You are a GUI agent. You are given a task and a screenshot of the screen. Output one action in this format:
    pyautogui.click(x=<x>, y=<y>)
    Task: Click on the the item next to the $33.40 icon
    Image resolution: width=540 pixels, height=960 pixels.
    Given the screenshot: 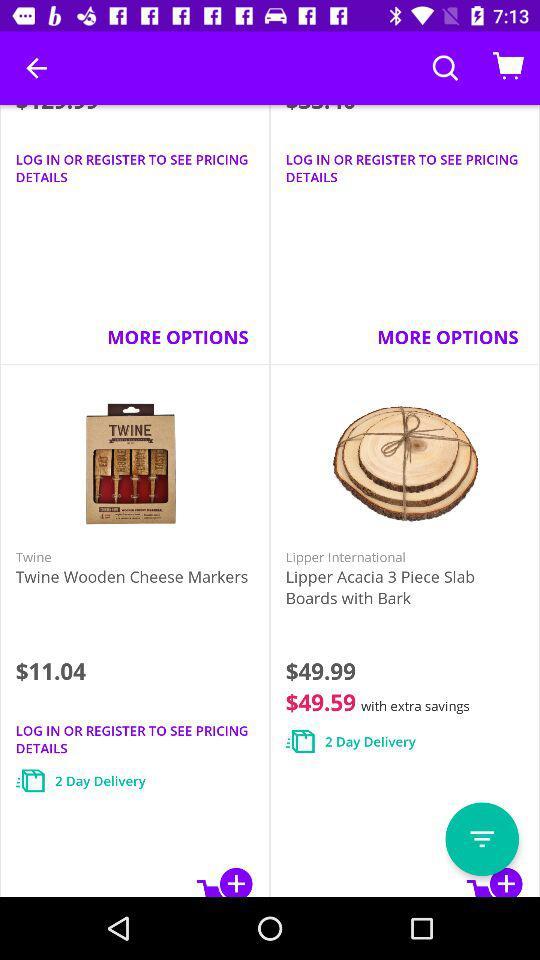 What is the action you would take?
    pyautogui.click(x=36, y=68)
    